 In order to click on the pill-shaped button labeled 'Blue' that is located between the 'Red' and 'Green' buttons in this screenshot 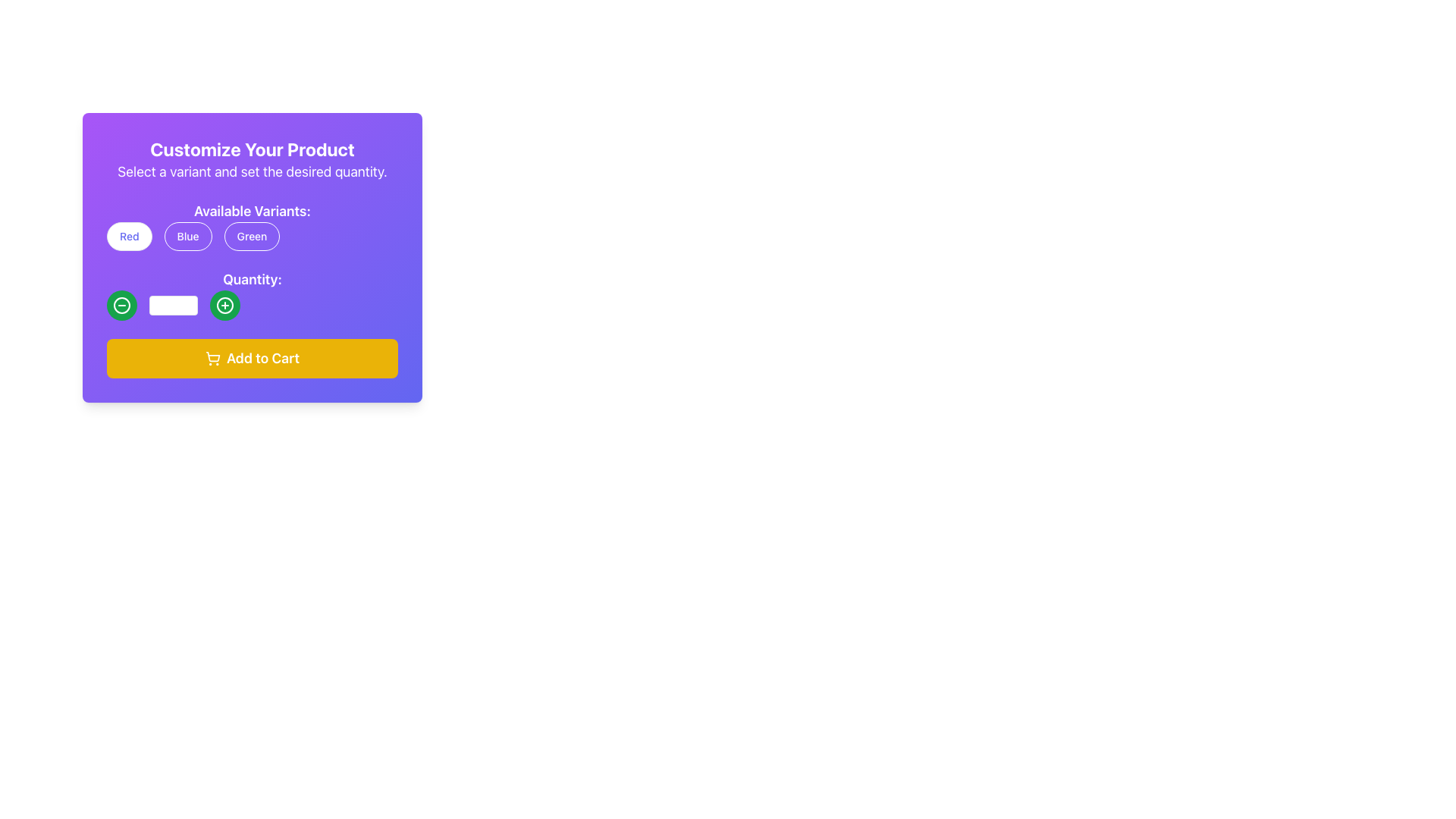, I will do `click(187, 237)`.